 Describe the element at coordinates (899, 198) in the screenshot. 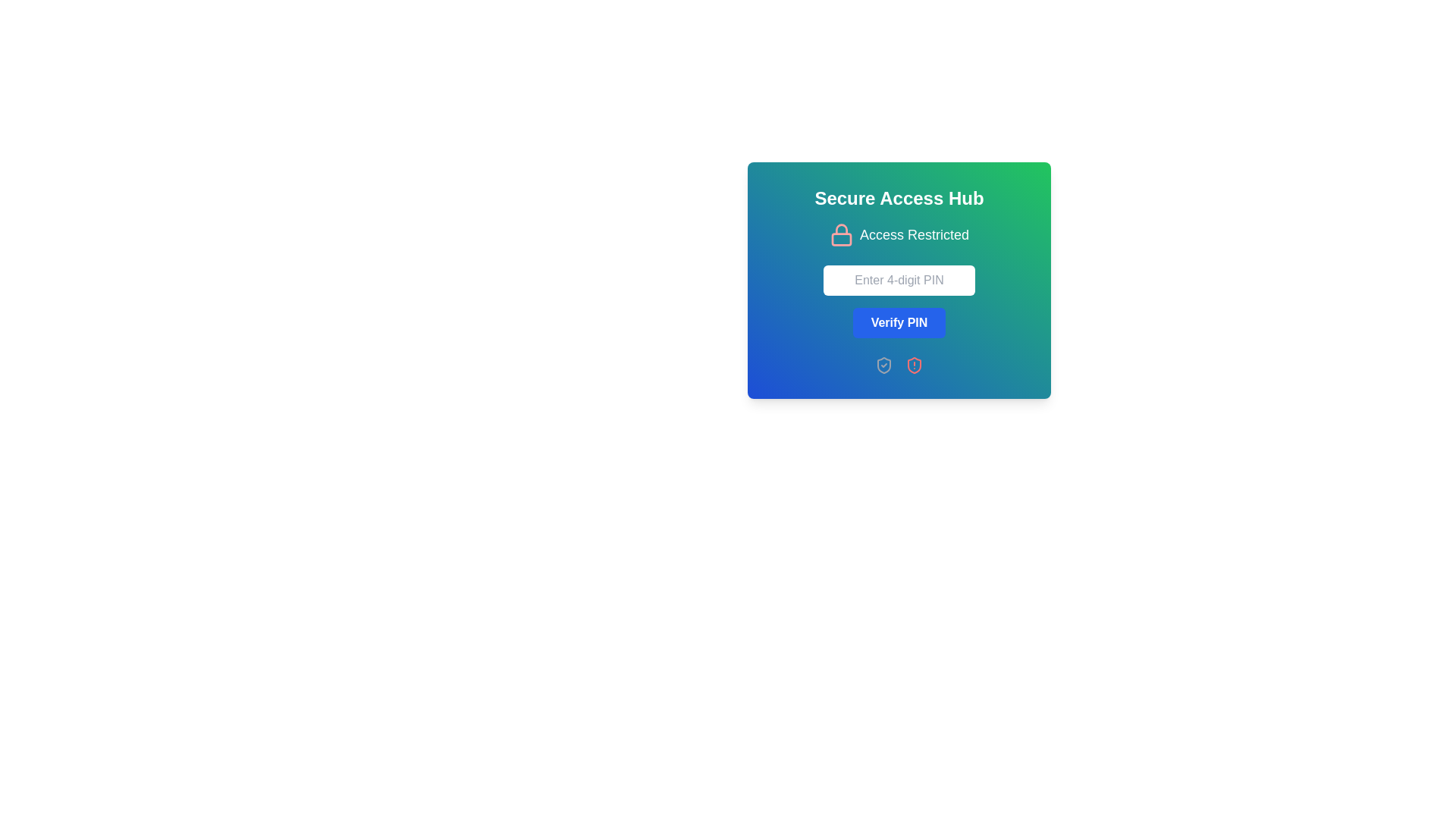

I see `the Text Label at the top center of the interface, which serves as the title for the section, located above the subtitle 'Access Restricted' and the PIN entry field` at that location.